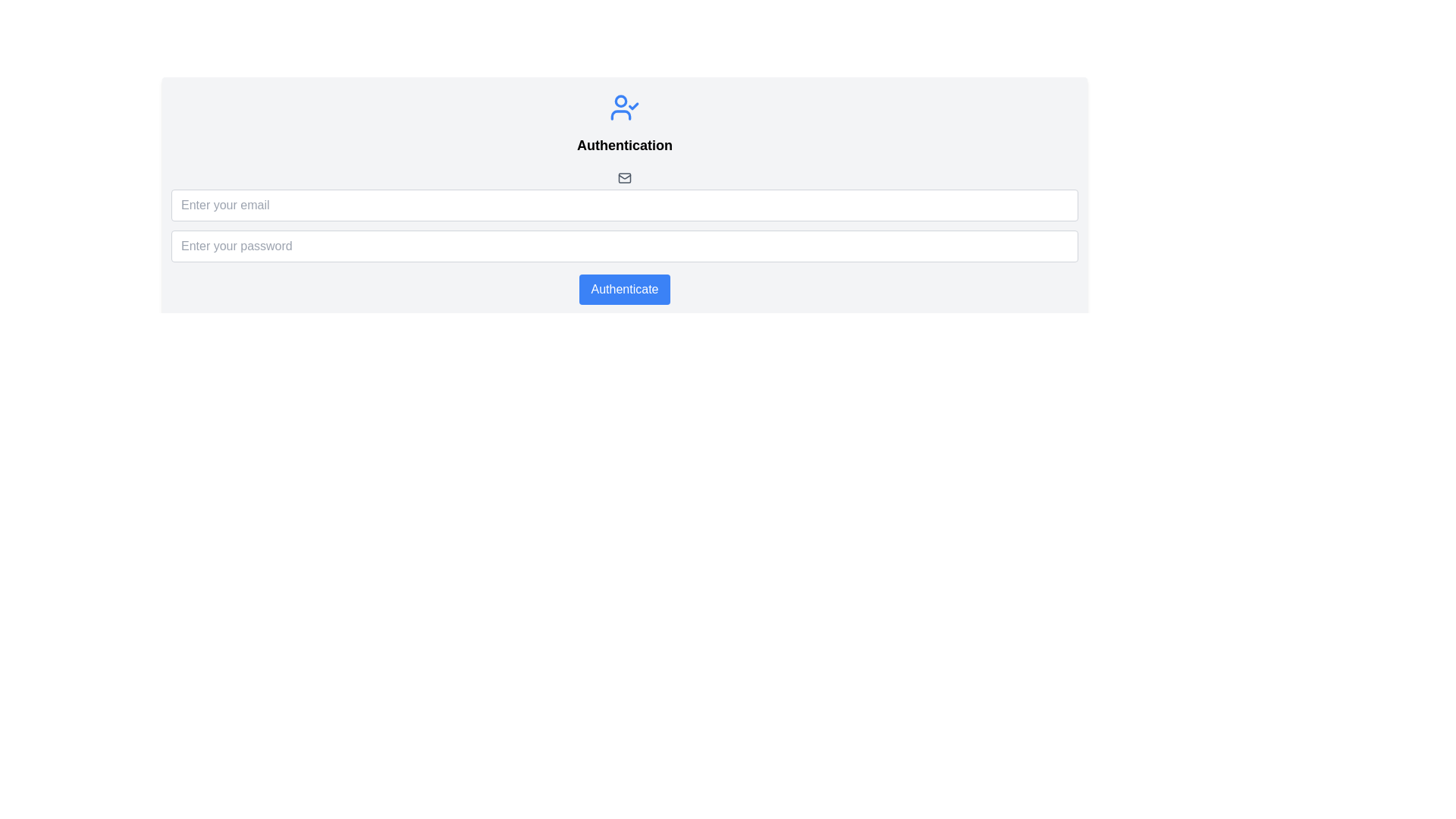  Describe the element at coordinates (625, 289) in the screenshot. I see `the 'Authenticate' button, which is a rectangular button with a blue background and white text, centrally aligned at the bottom of the authentication form` at that location.